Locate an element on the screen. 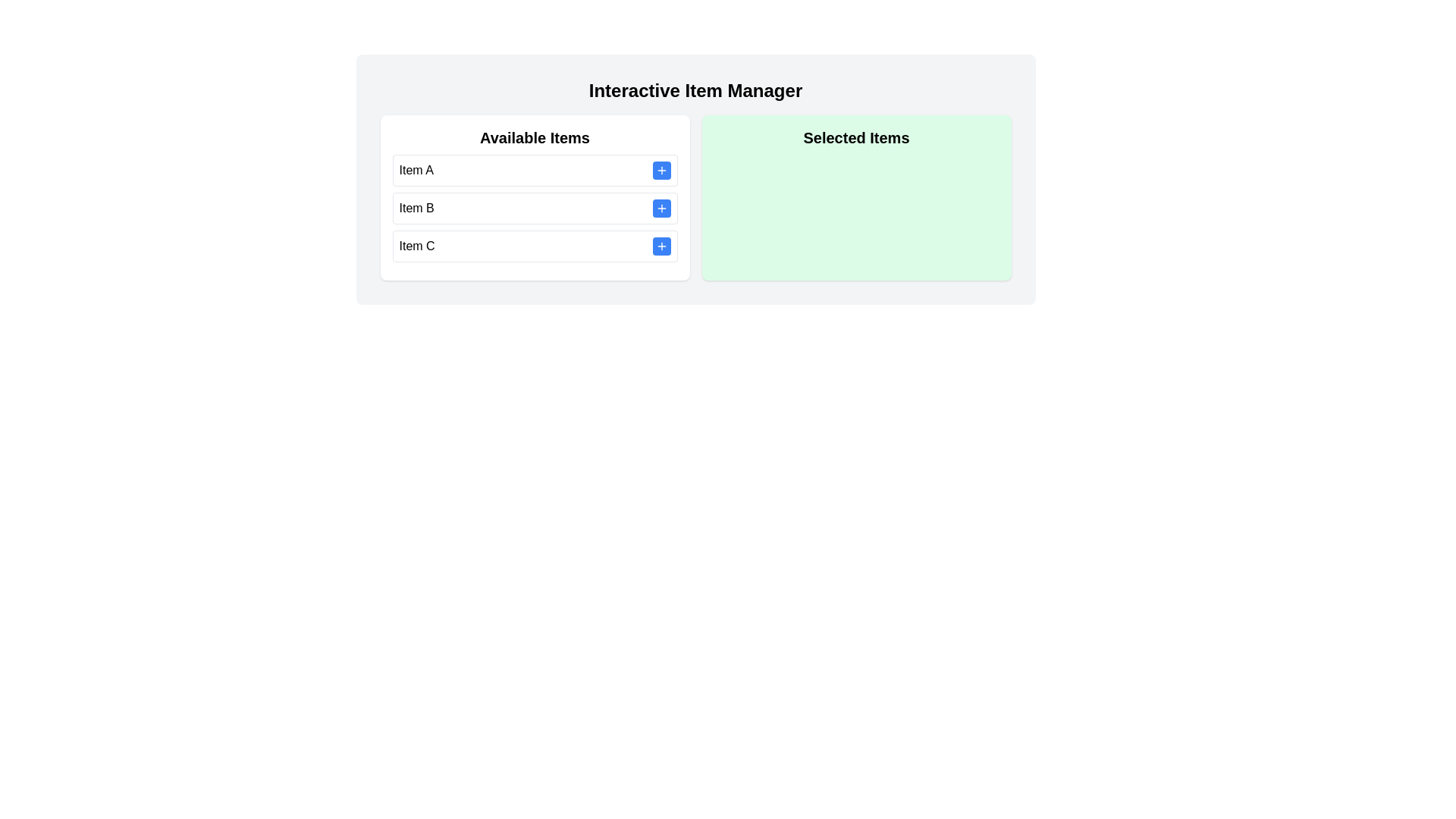  the button that allows users to add 'Item C' to the selected items list, which is the last button aligned with the text labeled 'Item C' in the left column under 'Available Items' is located at coordinates (661, 245).